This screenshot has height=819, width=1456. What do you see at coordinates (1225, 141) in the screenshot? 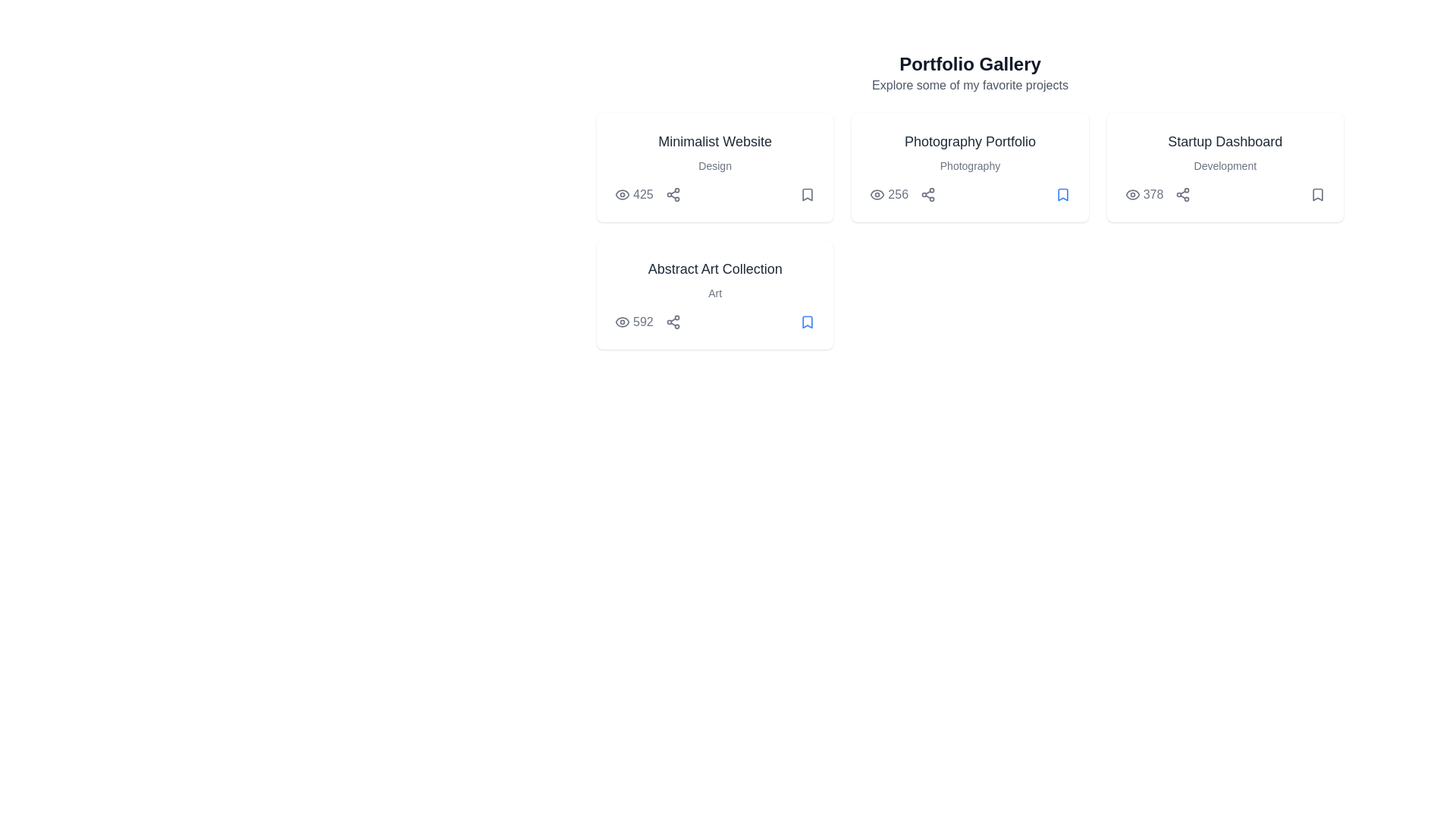
I see `text label displaying 'Startup Dashboard', which is styled with a larger, medium-weight dark gray font and is positioned at the top of a card within a grid layout` at bounding box center [1225, 141].